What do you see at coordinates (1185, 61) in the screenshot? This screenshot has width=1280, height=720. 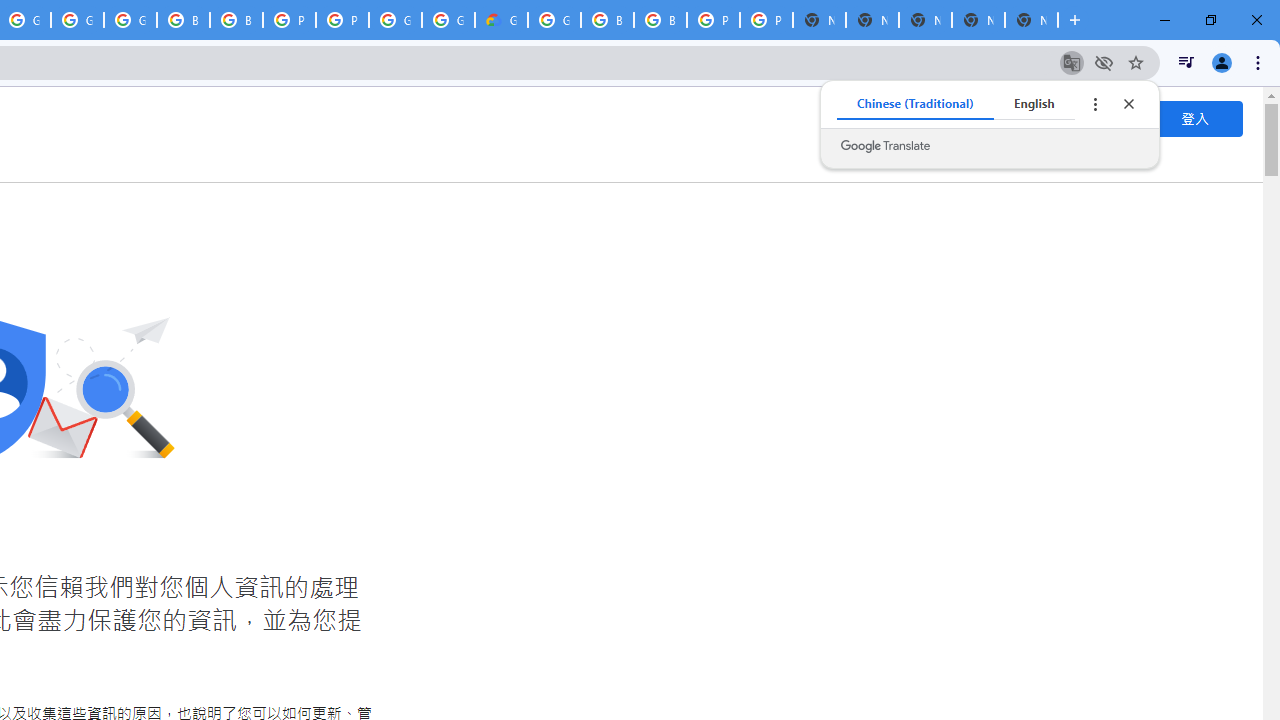 I see `'Control your music, videos, and more'` at bounding box center [1185, 61].